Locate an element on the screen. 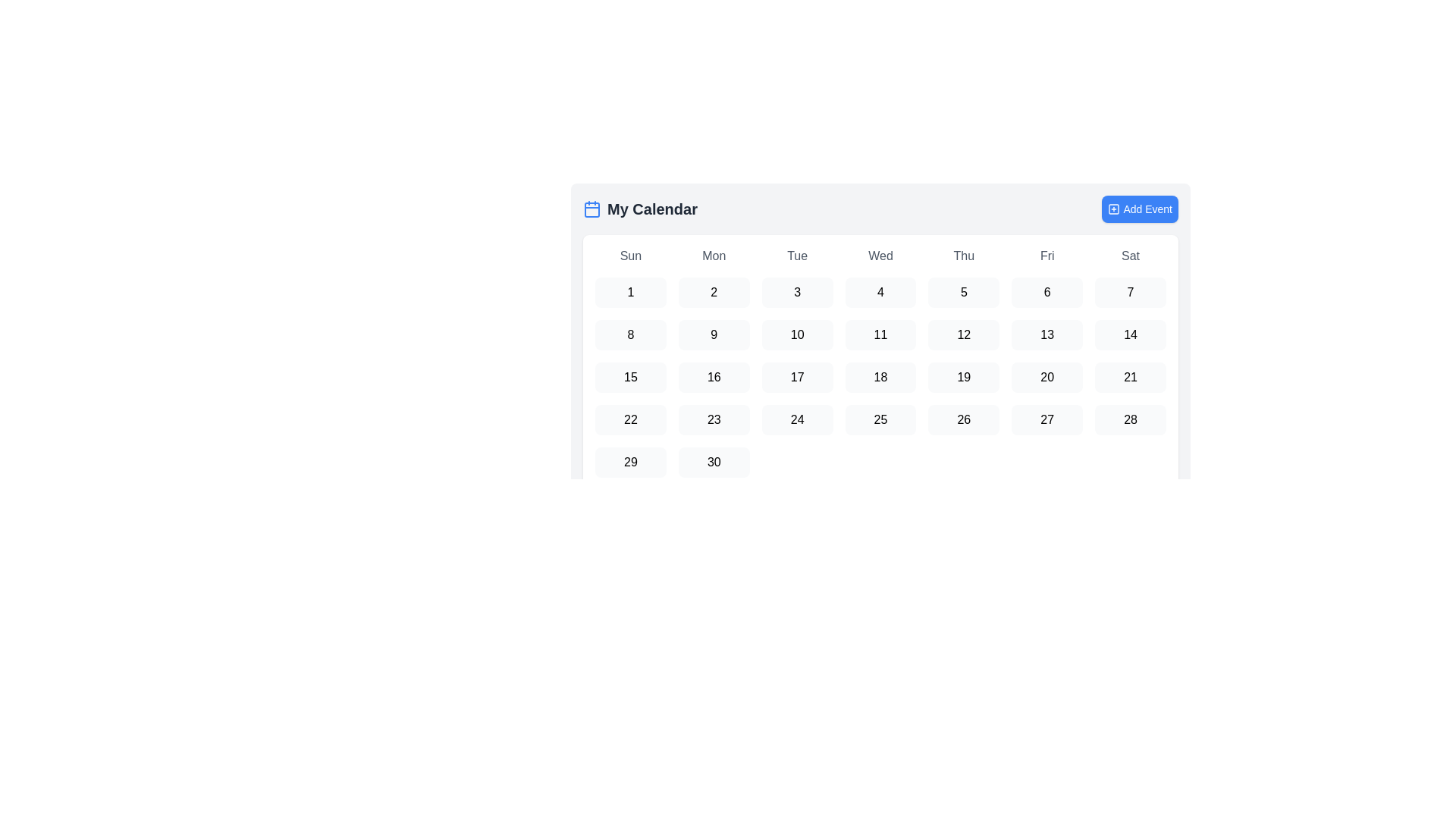 Image resolution: width=1456 pixels, height=819 pixels. the icon associated with the 'Add Event' button located at the top-right corner of the interface is located at coordinates (1114, 209).